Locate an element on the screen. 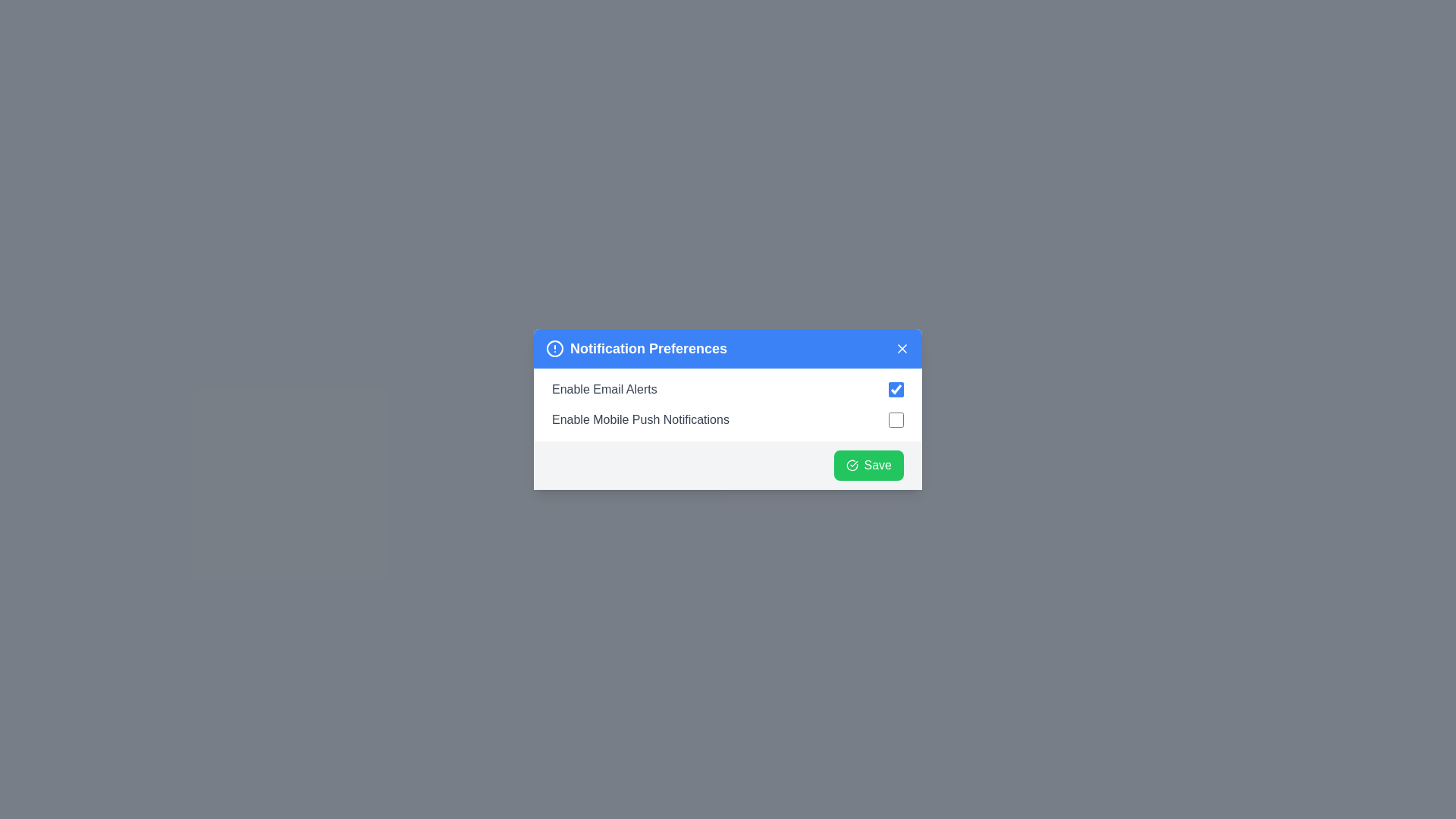 The height and width of the screenshot is (819, 1456). the close icon located at the top-right corner of the modal is located at coordinates (902, 348).